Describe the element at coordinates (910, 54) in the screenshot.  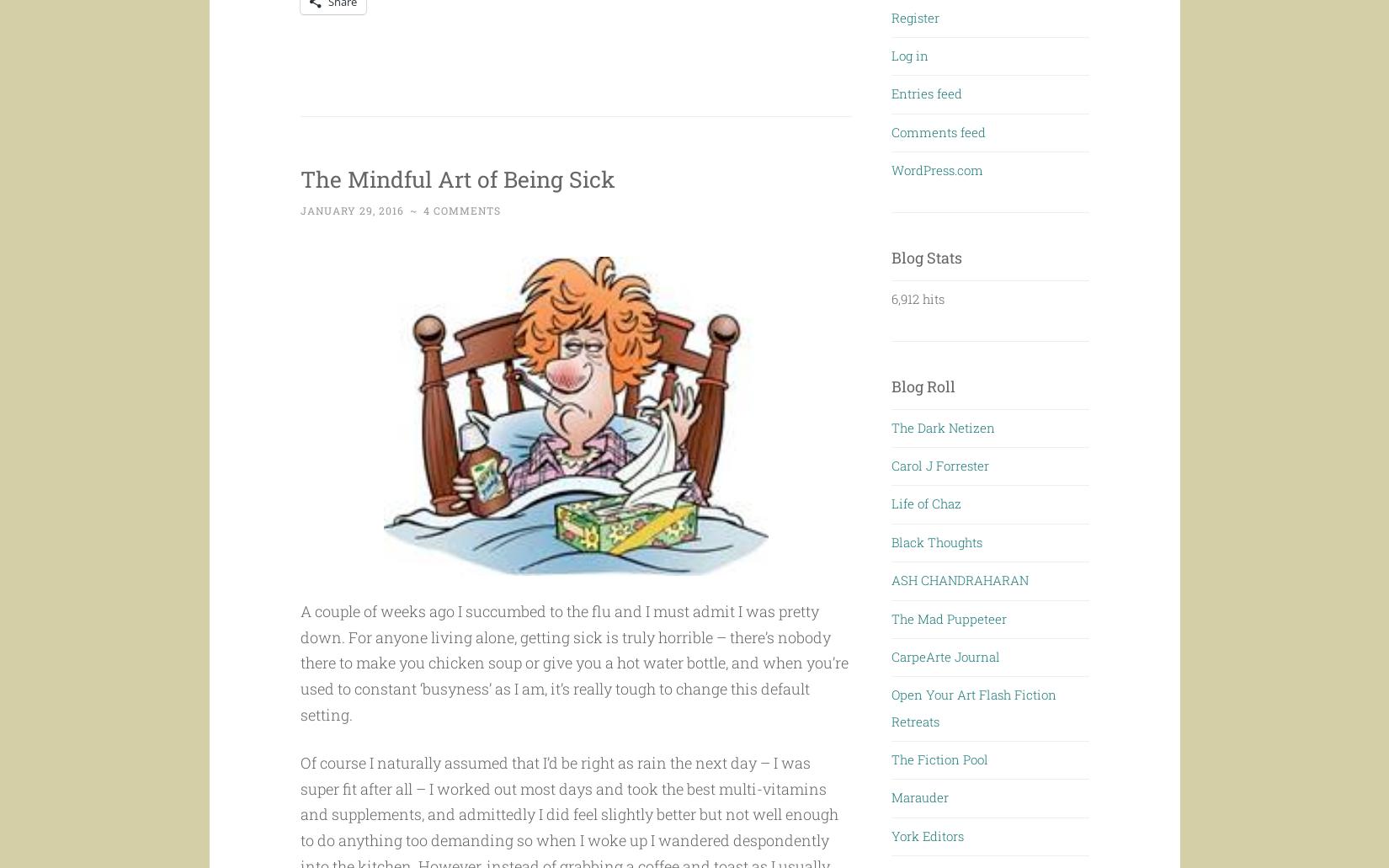
I see `'Log in'` at that location.